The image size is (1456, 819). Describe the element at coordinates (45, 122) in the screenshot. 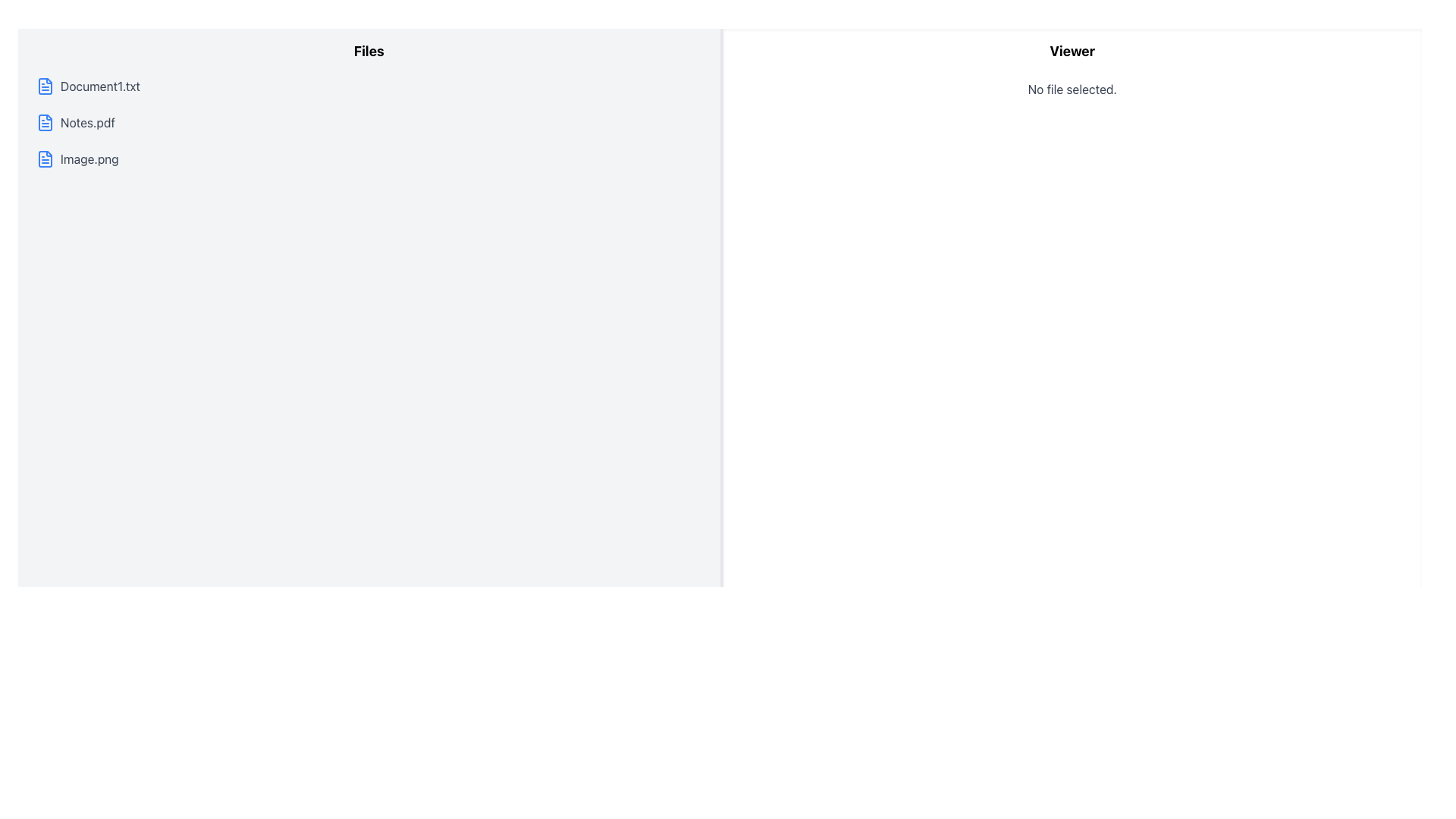

I see `the icon representing the second listed file in the left column that visually indicates the file type or category` at that location.